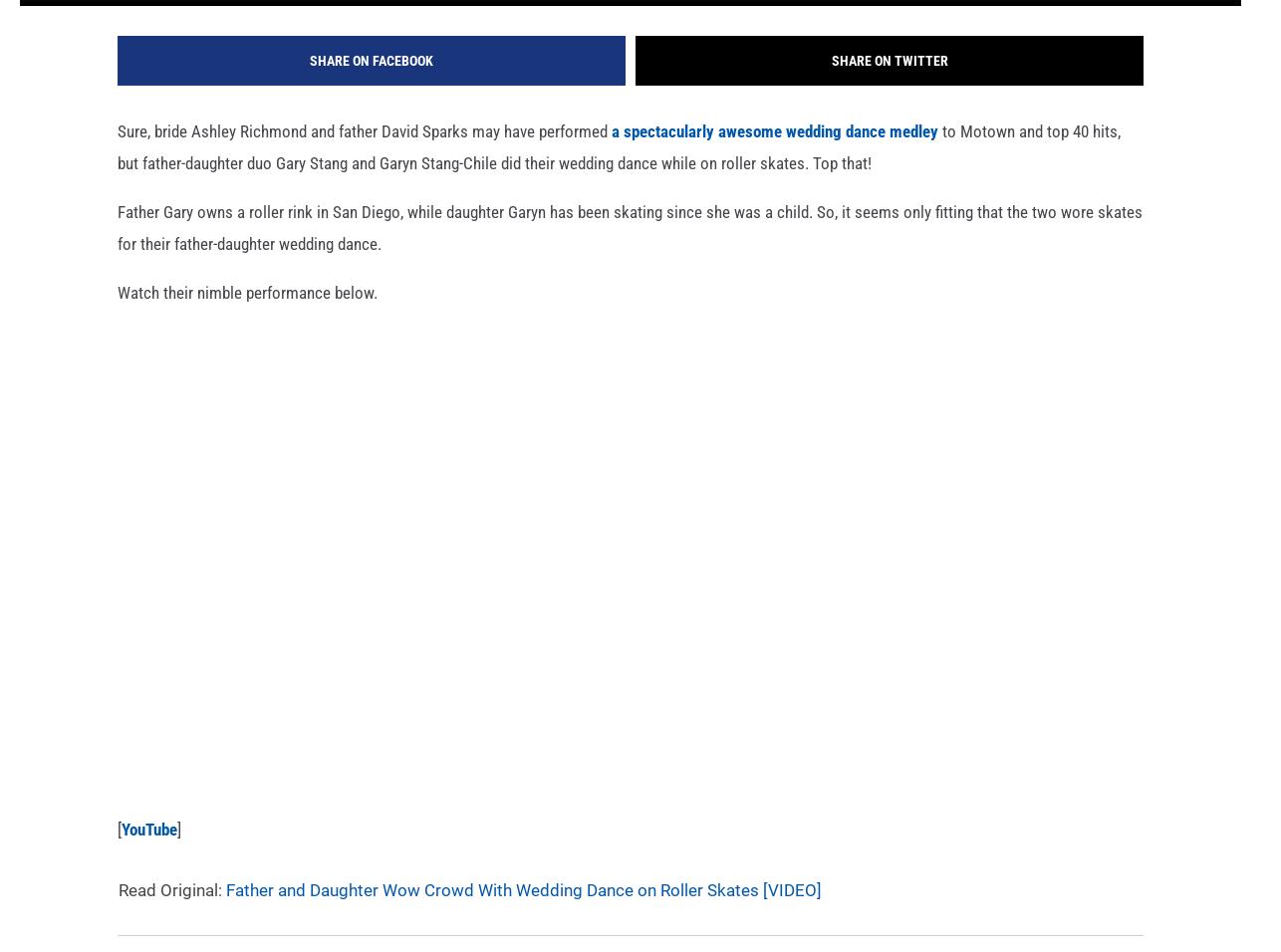  I want to click on 'Father Gary owns a roller rink in San Diego, while daughter Garyn has been skating since she was a child. So, it seems only fitting that the two wore skates for their father-daughter wedding dance.', so click(629, 254).